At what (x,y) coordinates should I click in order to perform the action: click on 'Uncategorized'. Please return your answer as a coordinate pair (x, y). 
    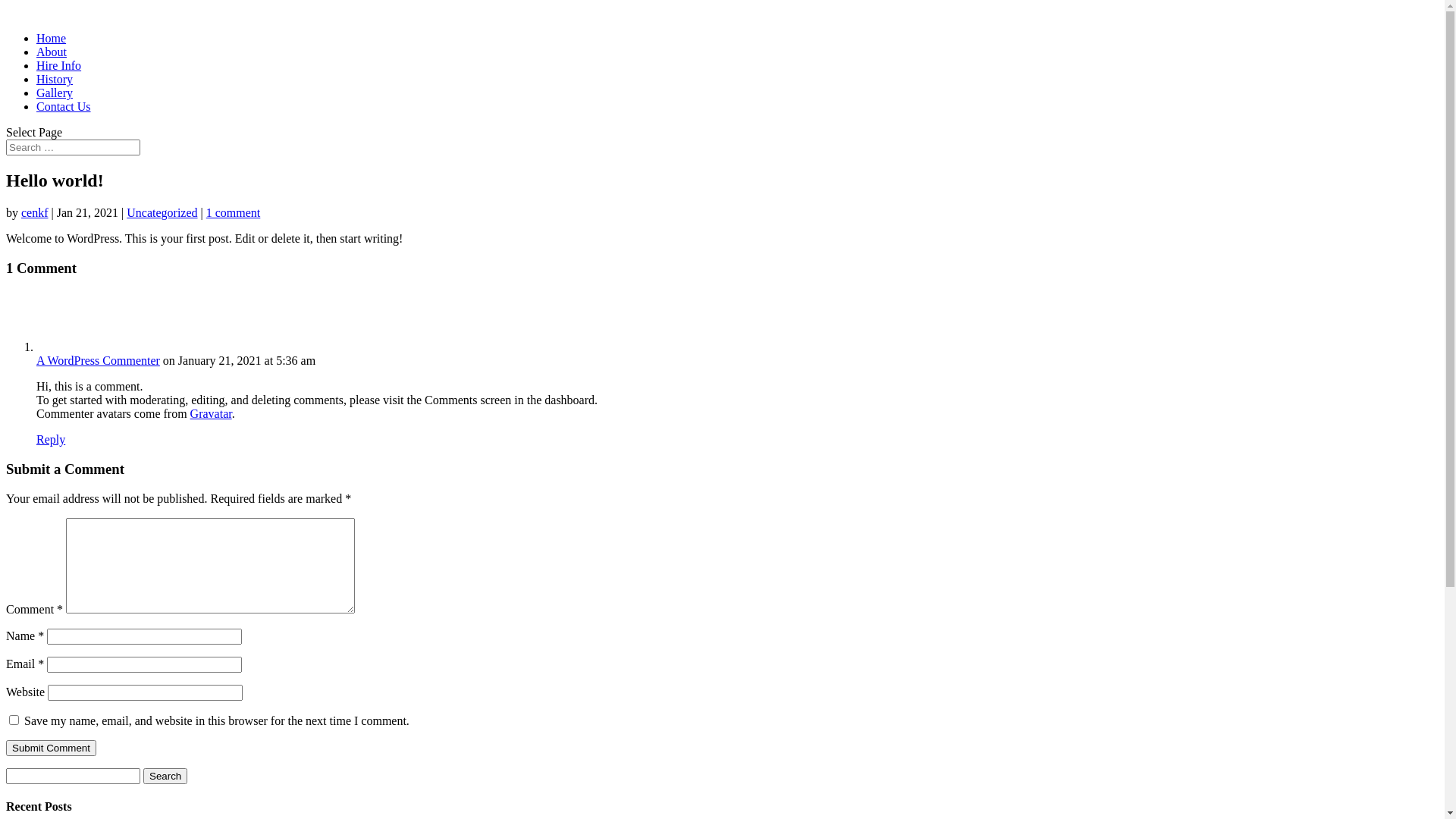
    Looking at the image, I should click on (162, 212).